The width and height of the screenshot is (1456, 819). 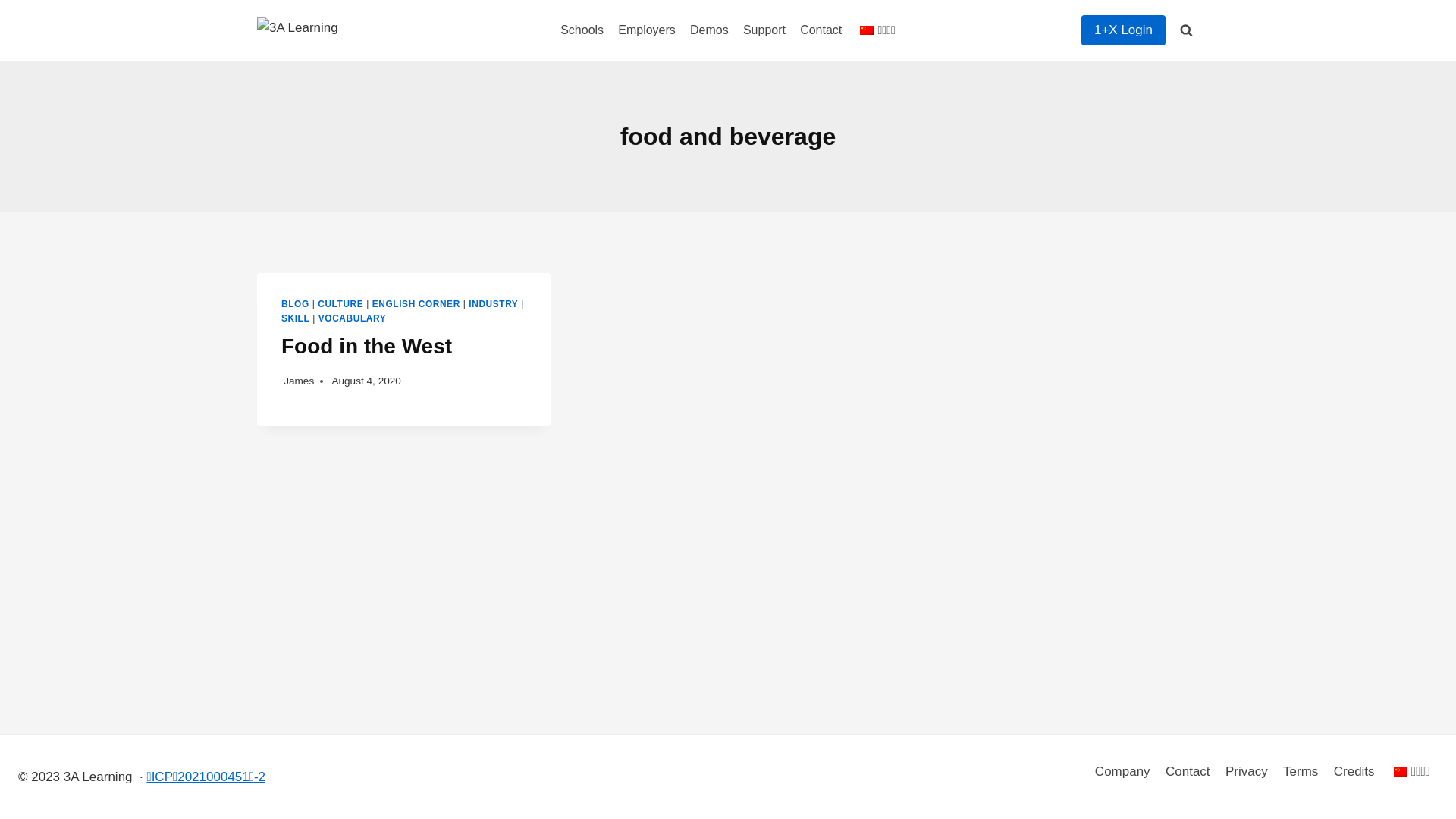 What do you see at coordinates (295, 318) in the screenshot?
I see `'SKILL'` at bounding box center [295, 318].